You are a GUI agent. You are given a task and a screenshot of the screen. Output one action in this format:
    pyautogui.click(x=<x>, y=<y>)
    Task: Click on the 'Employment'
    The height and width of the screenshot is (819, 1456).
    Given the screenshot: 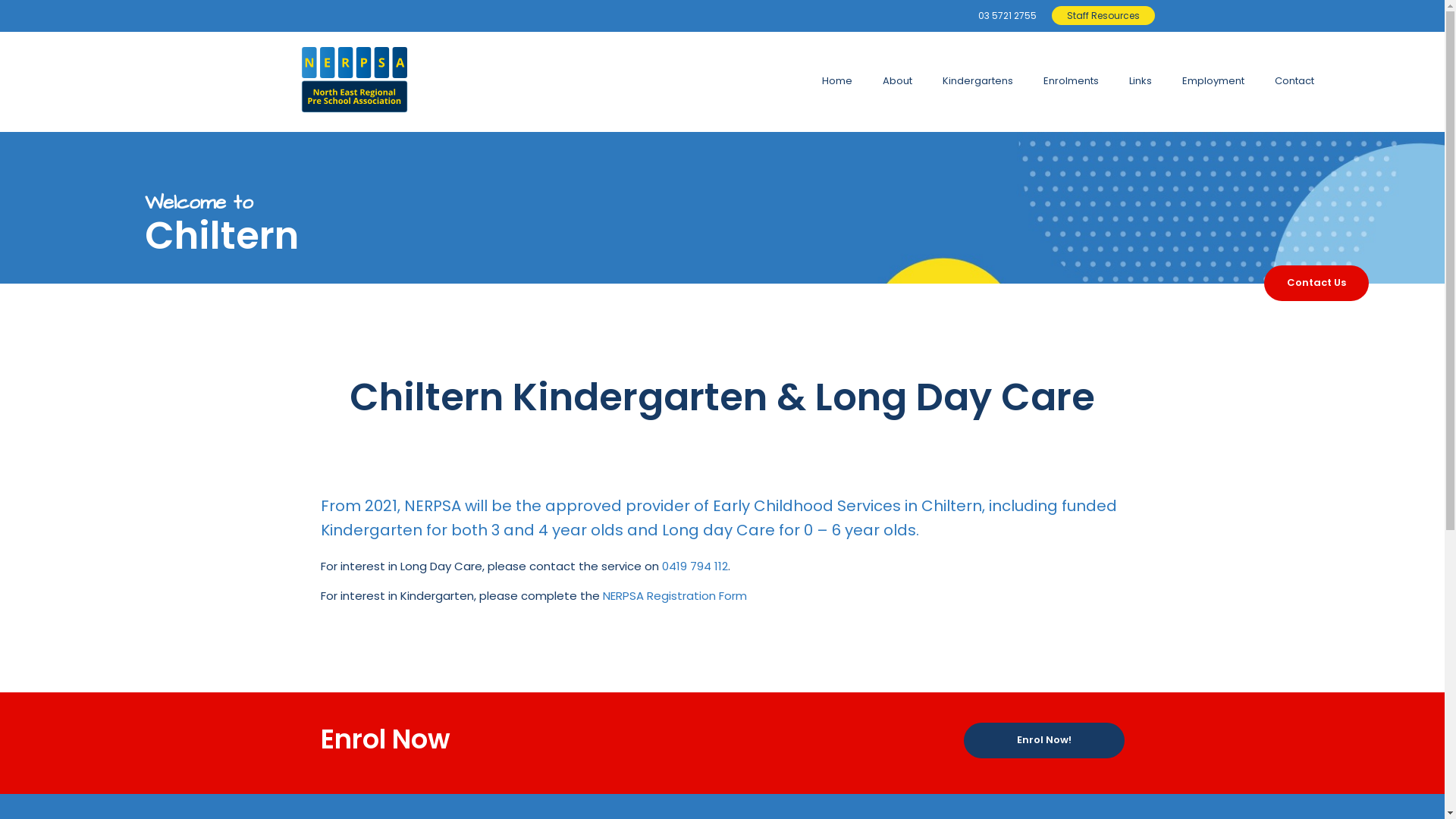 What is the action you would take?
    pyautogui.click(x=1212, y=80)
    